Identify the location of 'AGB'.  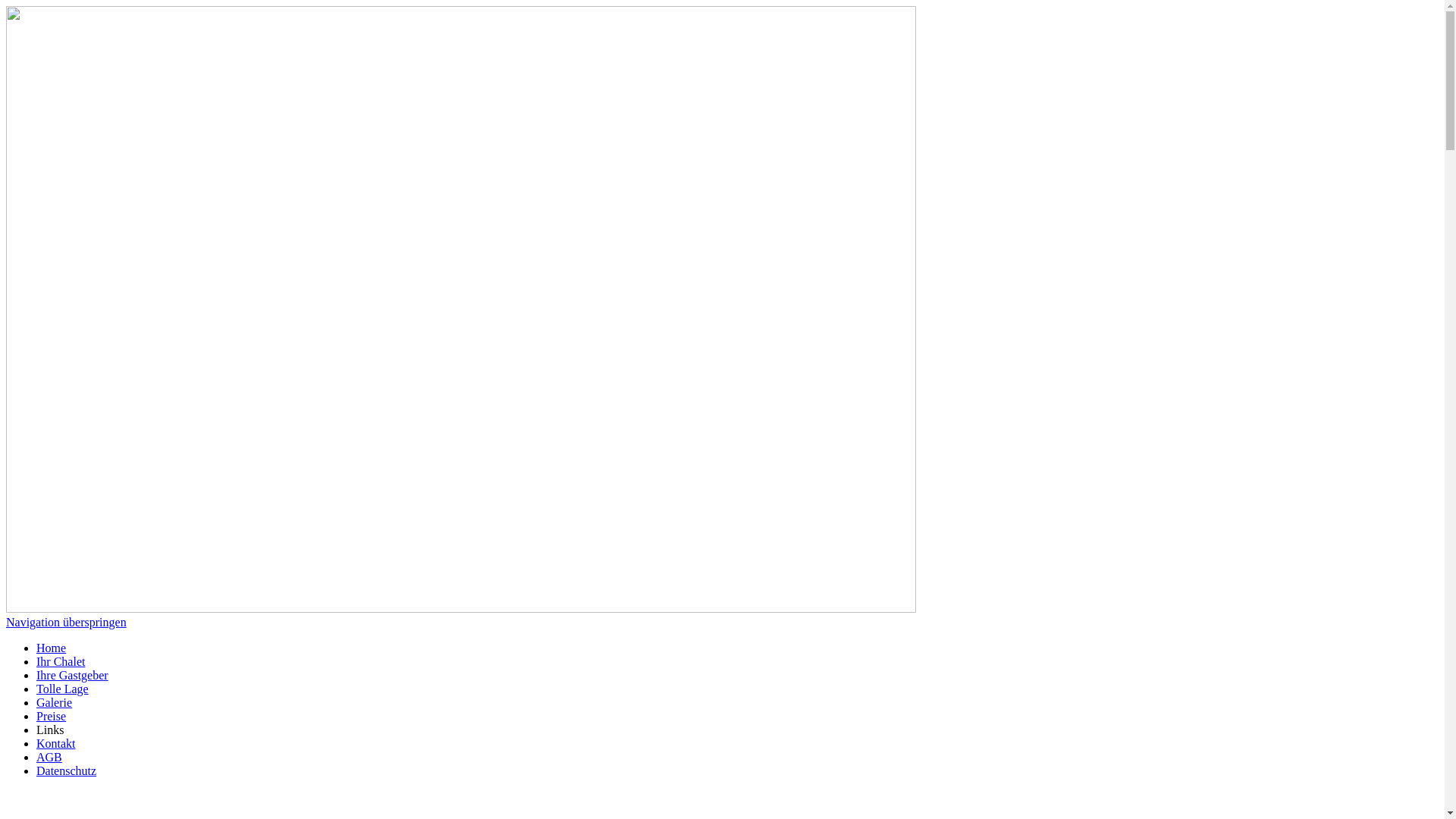
(36, 757).